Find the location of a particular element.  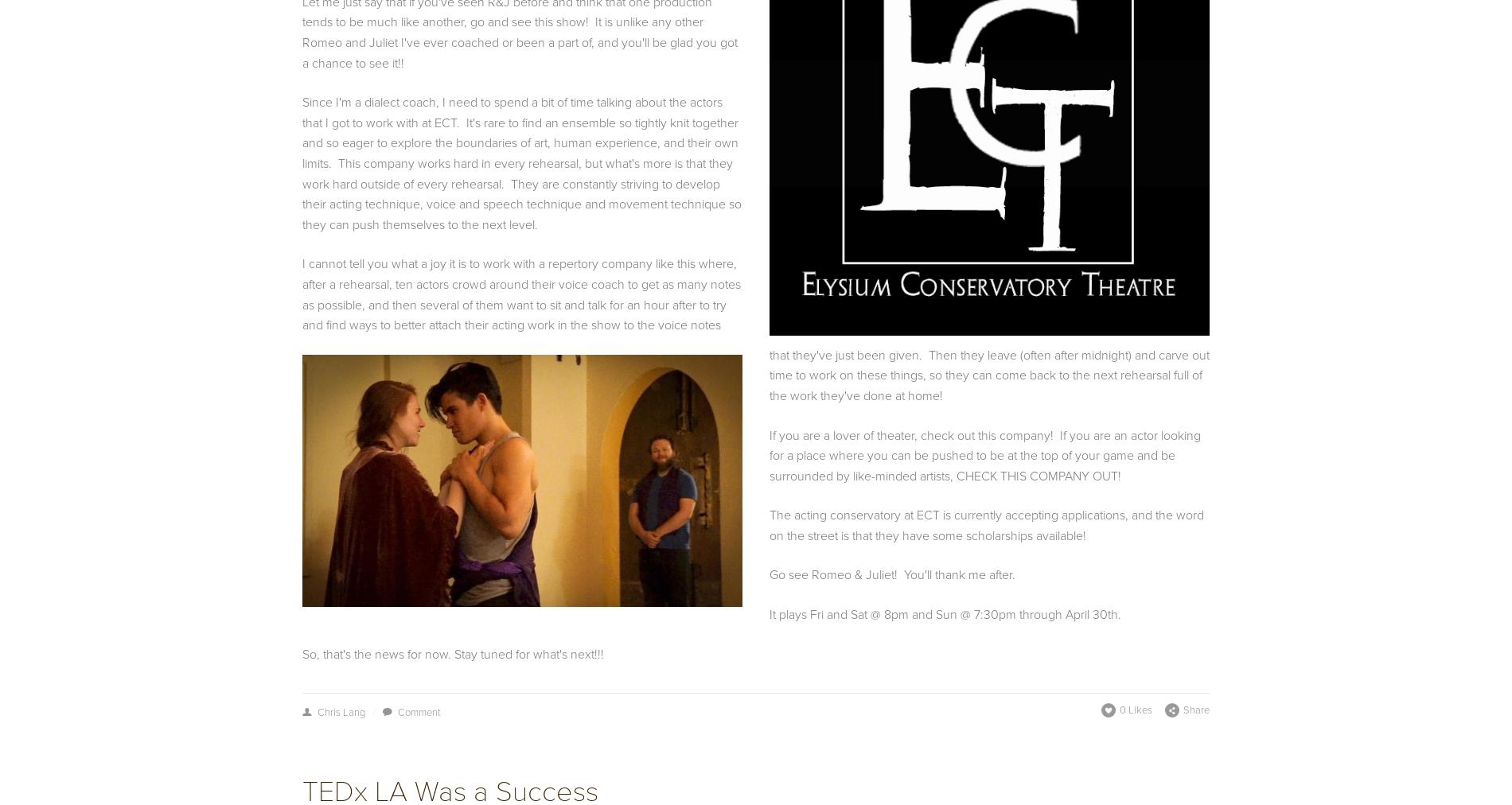

'Go see Romeo & Juliet!  You'll thank me after.' is located at coordinates (894, 574).